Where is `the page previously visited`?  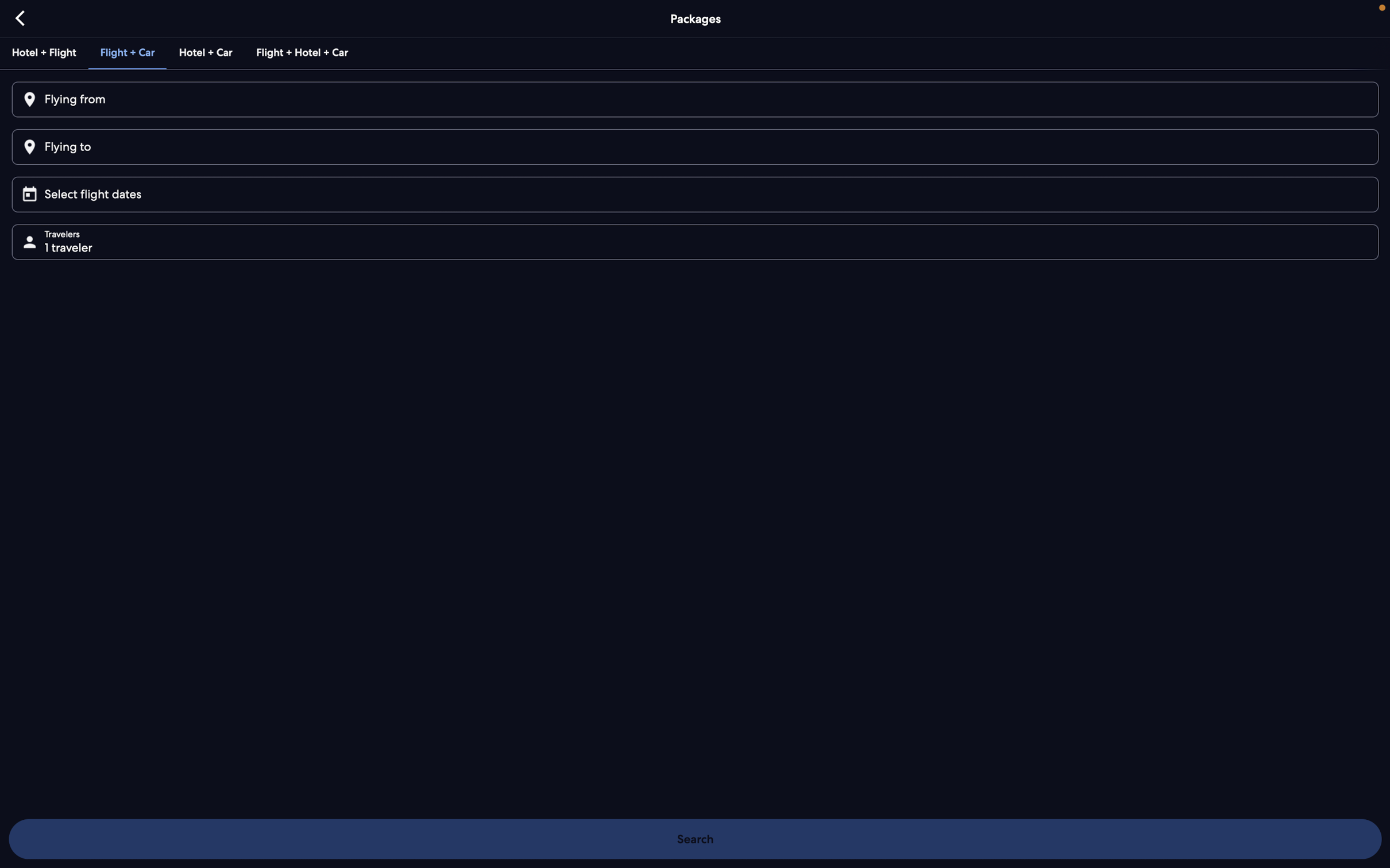
the page previously visited is located at coordinates (21, 17).